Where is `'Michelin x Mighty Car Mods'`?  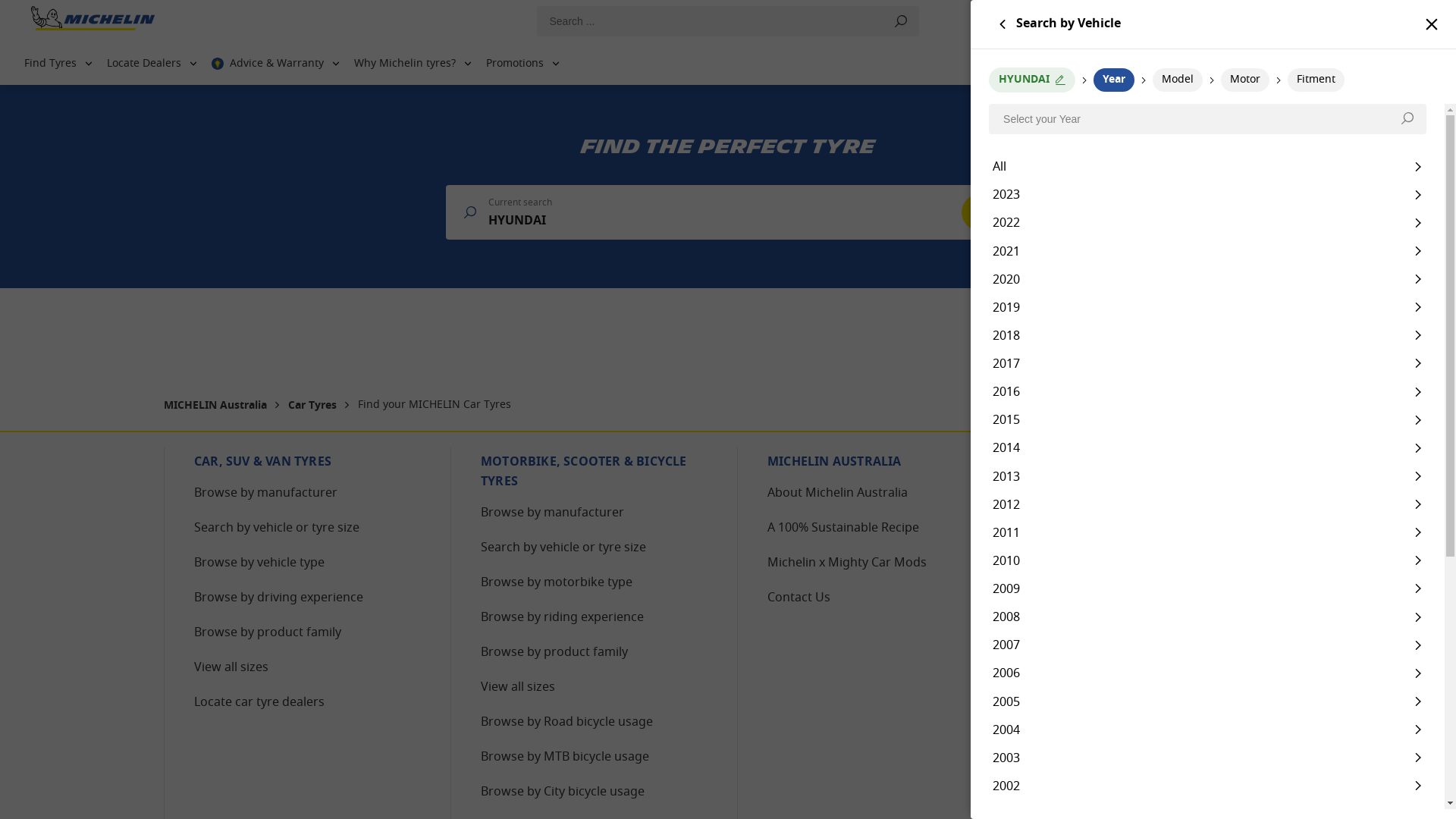
'Michelin x Mighty Car Mods' is located at coordinates (767, 563).